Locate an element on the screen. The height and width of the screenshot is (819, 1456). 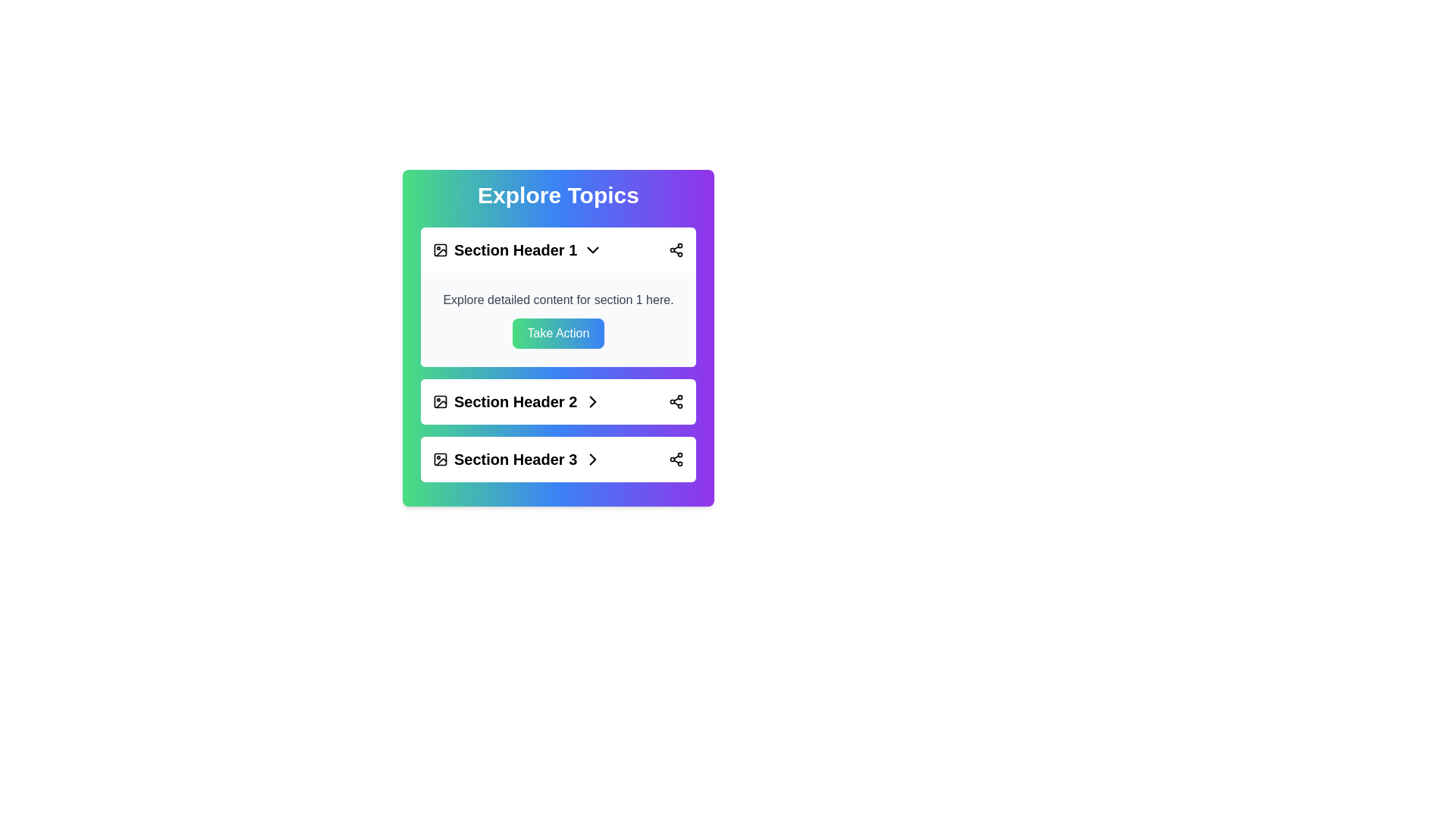
the image icon associated with the 'Section Header 2' label, which is positioned to the immediate left of the text 'Section Header 2' is located at coordinates (439, 400).